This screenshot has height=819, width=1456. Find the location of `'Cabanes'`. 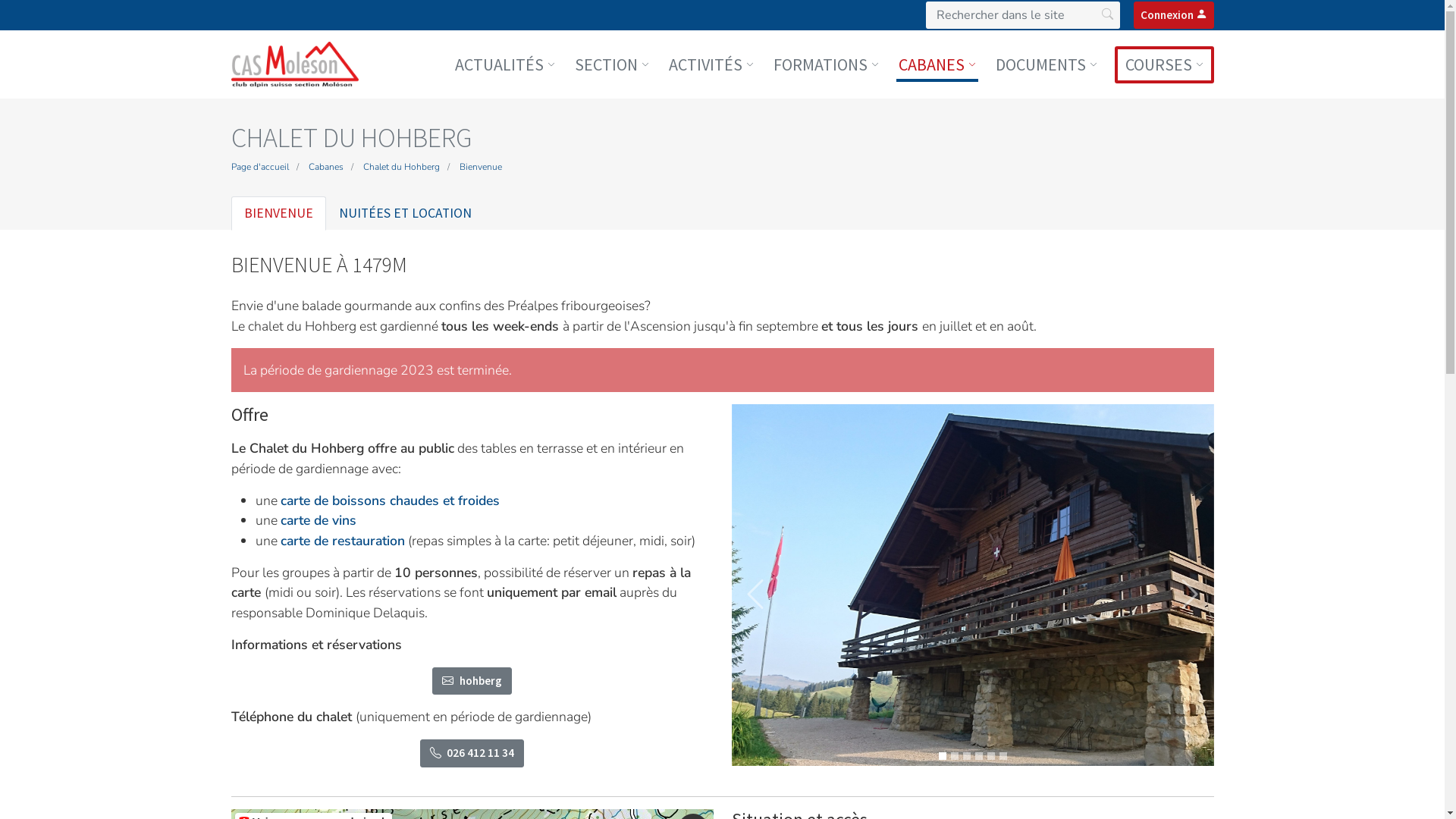

'Cabanes' is located at coordinates (324, 166).